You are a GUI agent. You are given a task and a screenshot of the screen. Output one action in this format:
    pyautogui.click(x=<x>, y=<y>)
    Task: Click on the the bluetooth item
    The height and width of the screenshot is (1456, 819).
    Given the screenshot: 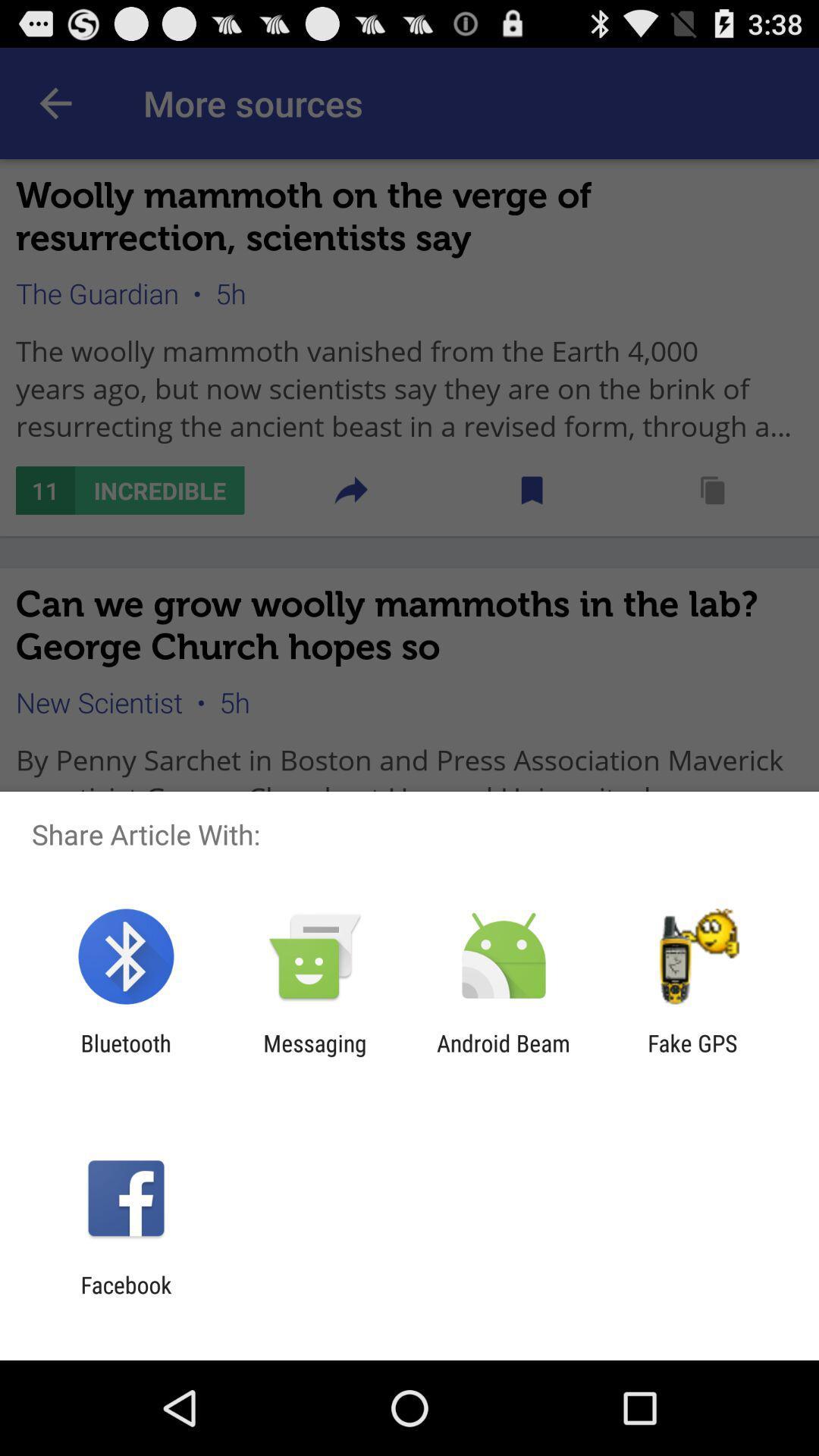 What is the action you would take?
    pyautogui.click(x=125, y=1056)
    